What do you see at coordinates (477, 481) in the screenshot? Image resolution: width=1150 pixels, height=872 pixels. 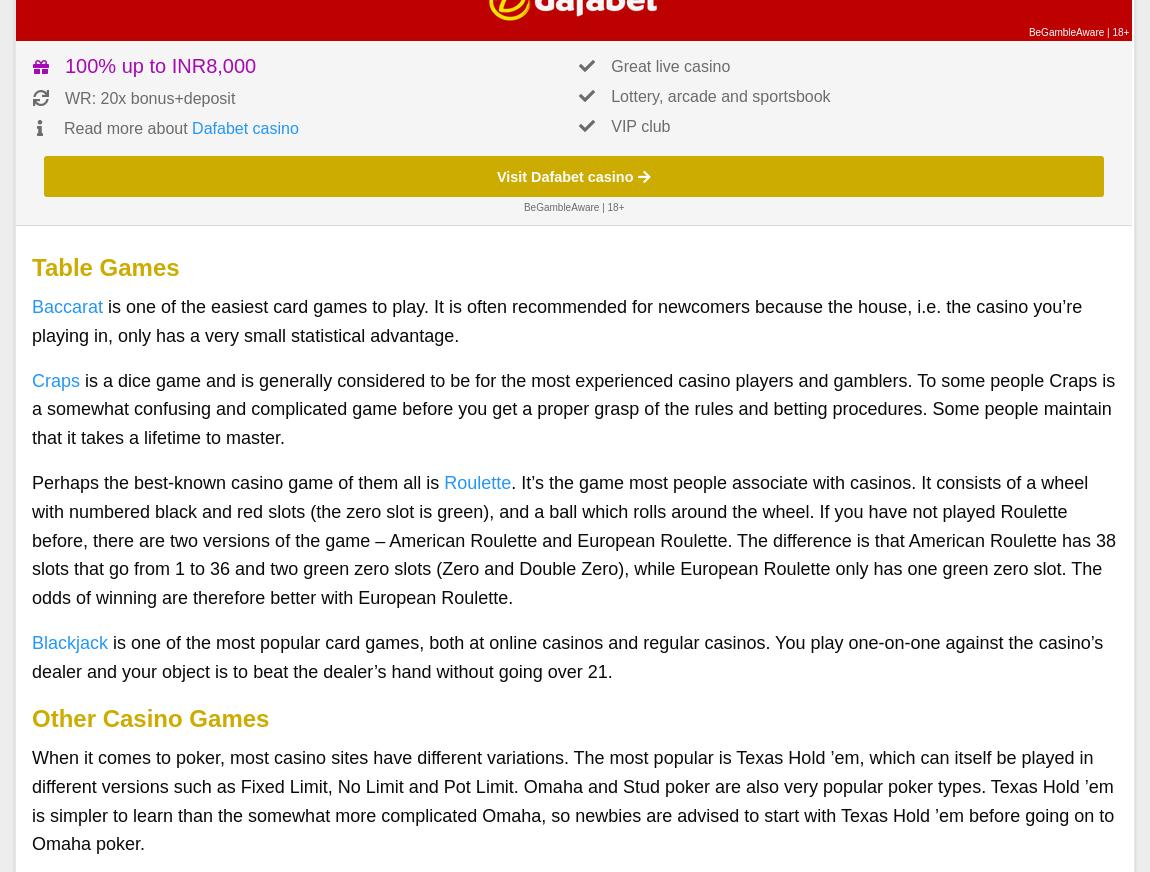 I see `'Roulette'` at bounding box center [477, 481].